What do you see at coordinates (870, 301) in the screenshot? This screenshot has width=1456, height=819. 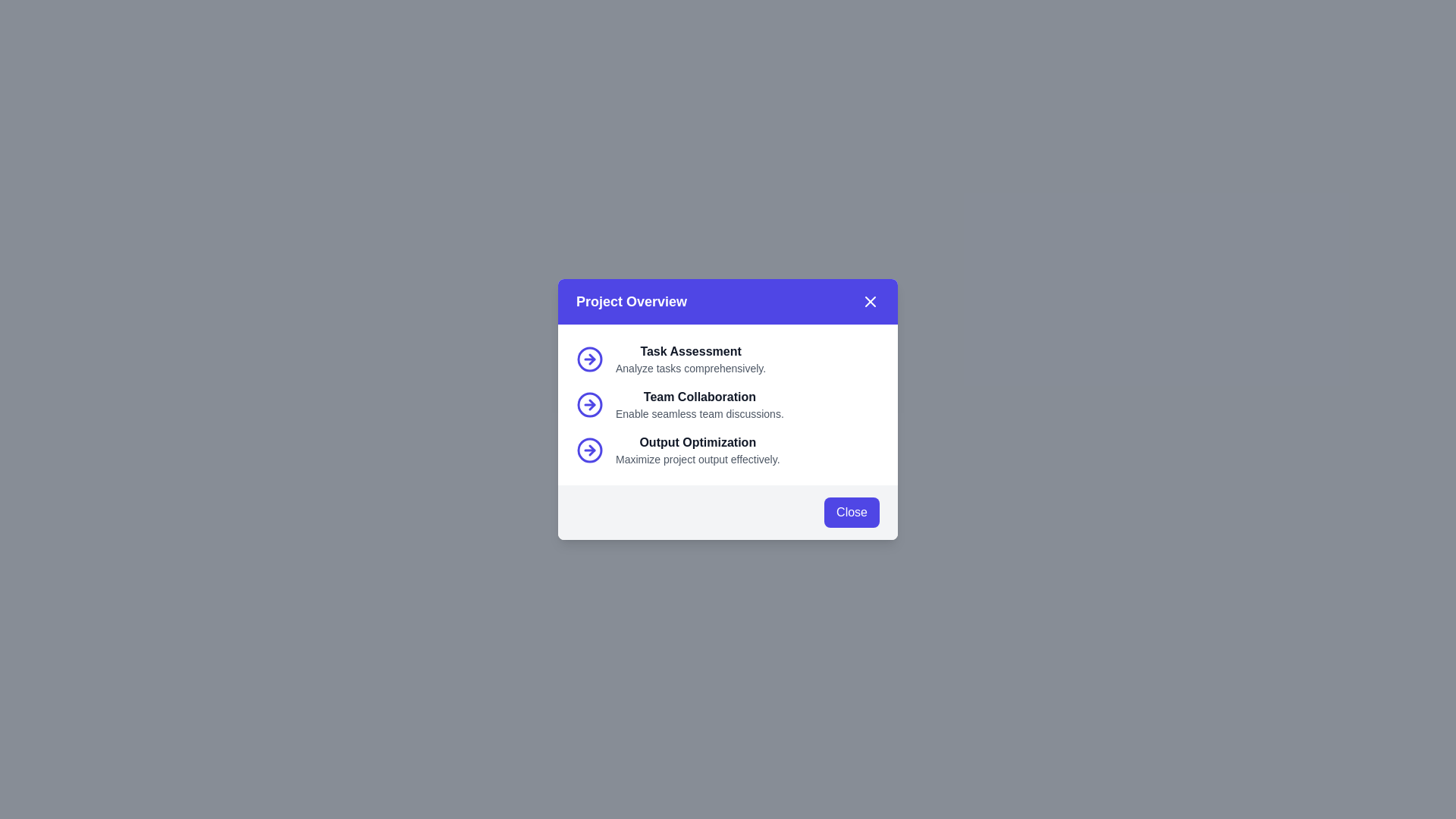 I see `the Close icon, which appears as a diagonal cross with thin lines, located in the top-right corner of the 'Project Overview' modal's purple header section` at bounding box center [870, 301].